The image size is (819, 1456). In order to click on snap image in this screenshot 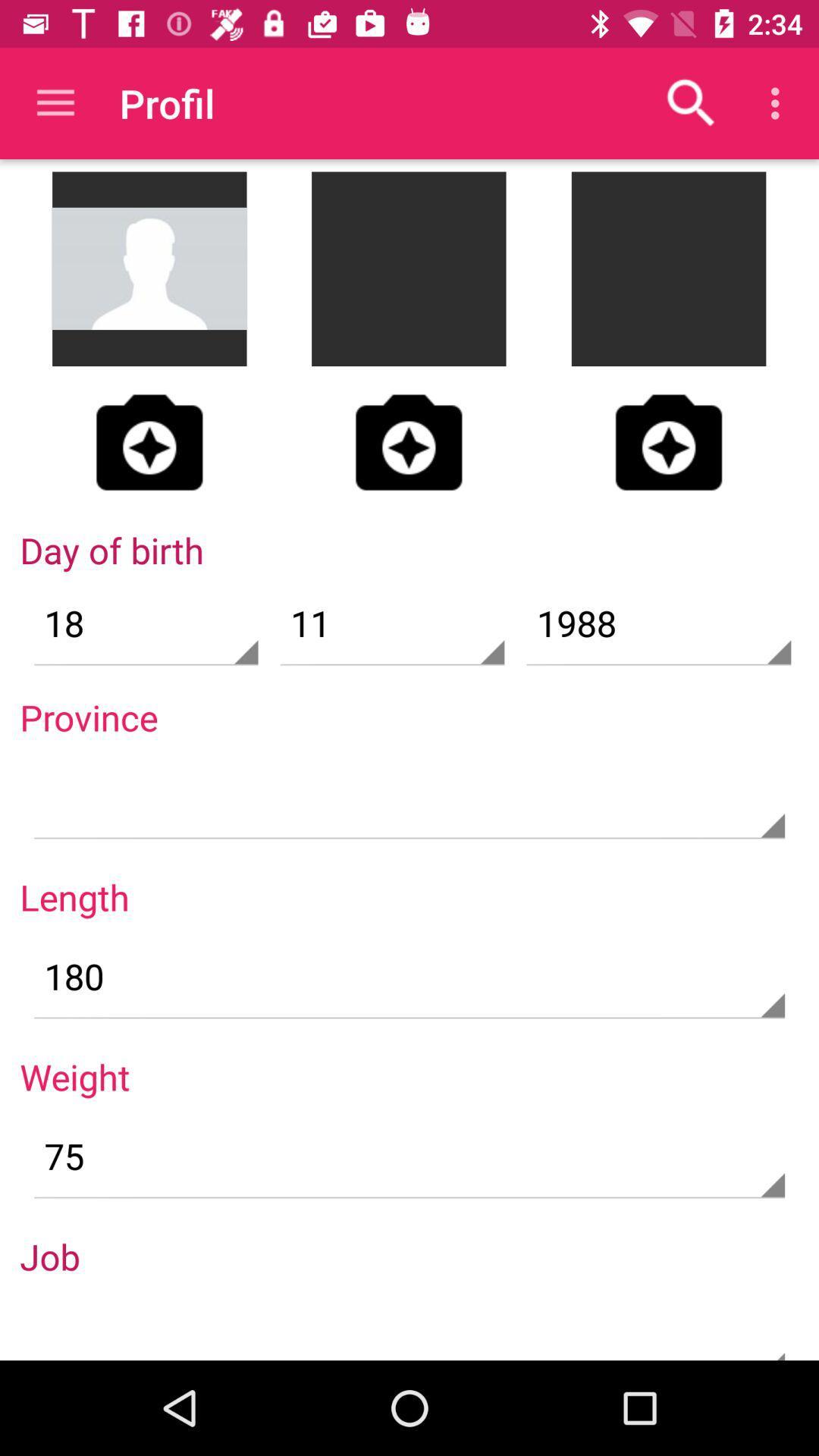, I will do `click(149, 441)`.